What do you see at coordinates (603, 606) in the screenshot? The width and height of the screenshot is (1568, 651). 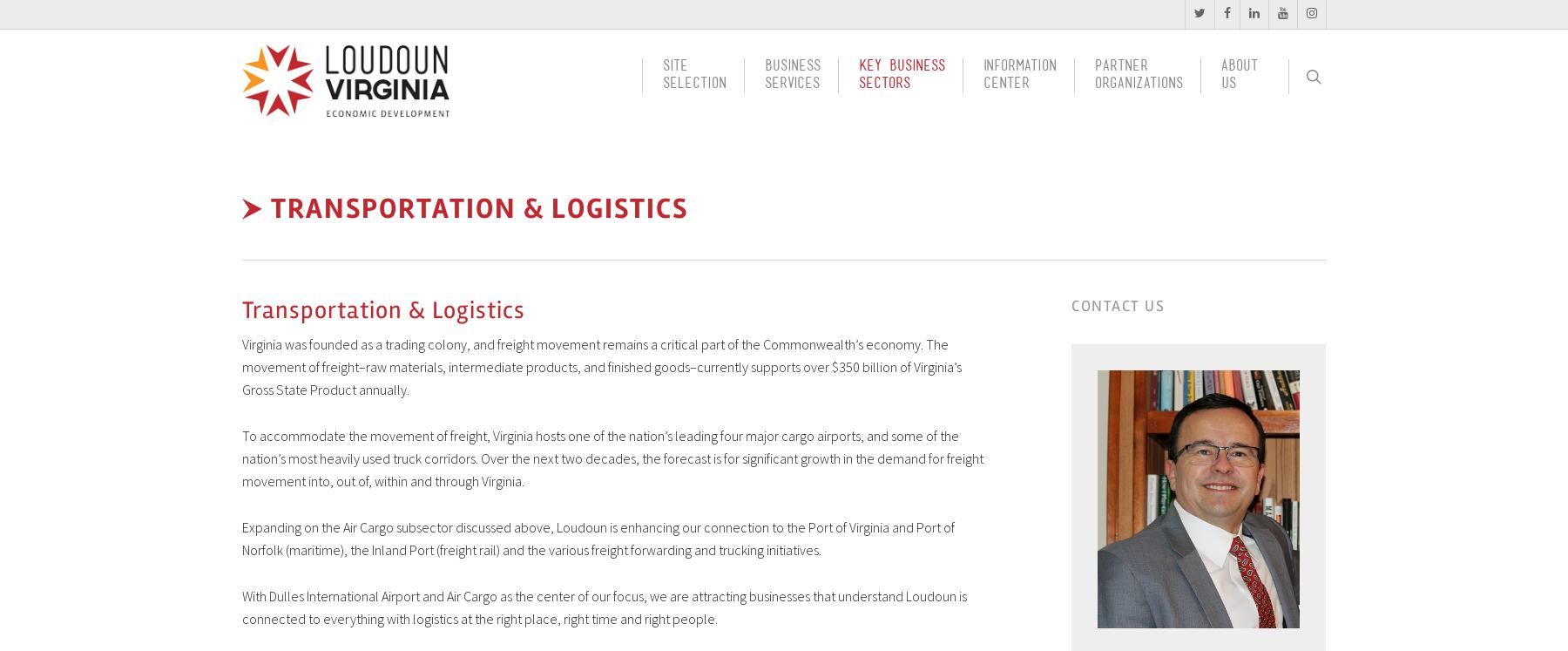 I see `'With Dulles International Airport and Air Cargo as the center of our focus, we are attracting businesses that understand Loudoun is connected to everything with logistics at the right place, right time and right people.'` at bounding box center [603, 606].